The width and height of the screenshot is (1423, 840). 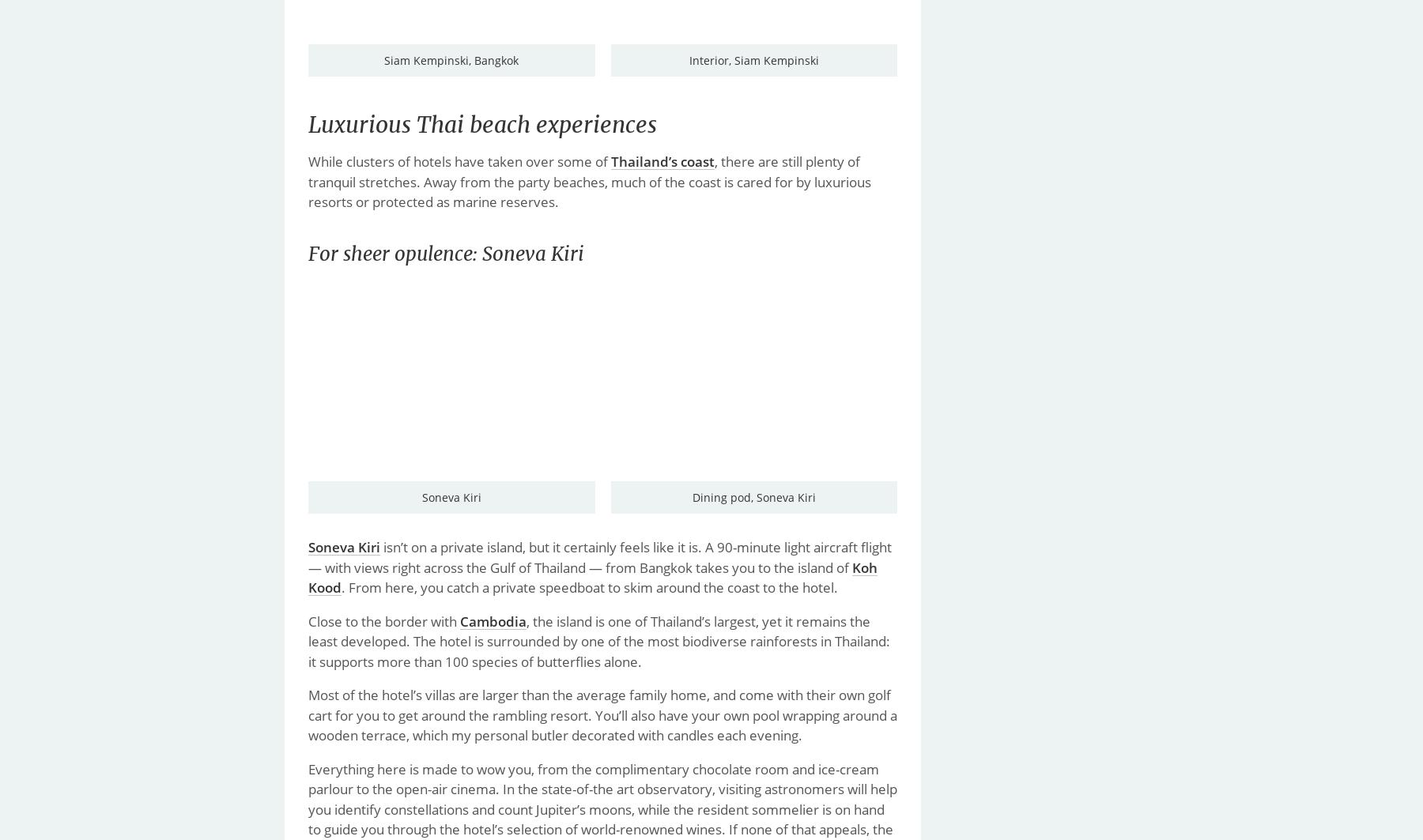 I want to click on 'Koh Kood', so click(x=592, y=576).